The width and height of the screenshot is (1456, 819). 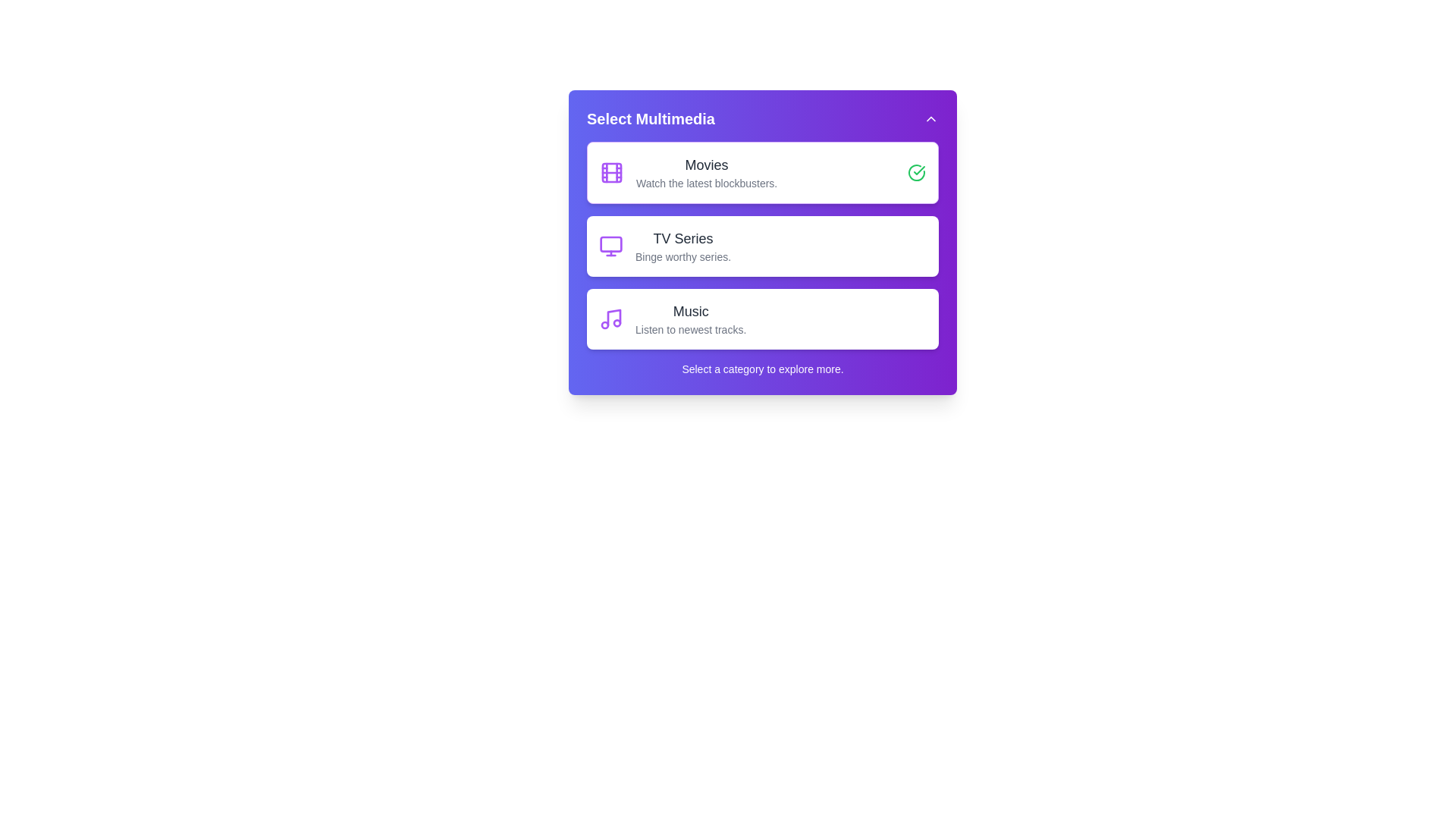 I want to click on the category TV Series to see its hover effect, so click(x=763, y=245).